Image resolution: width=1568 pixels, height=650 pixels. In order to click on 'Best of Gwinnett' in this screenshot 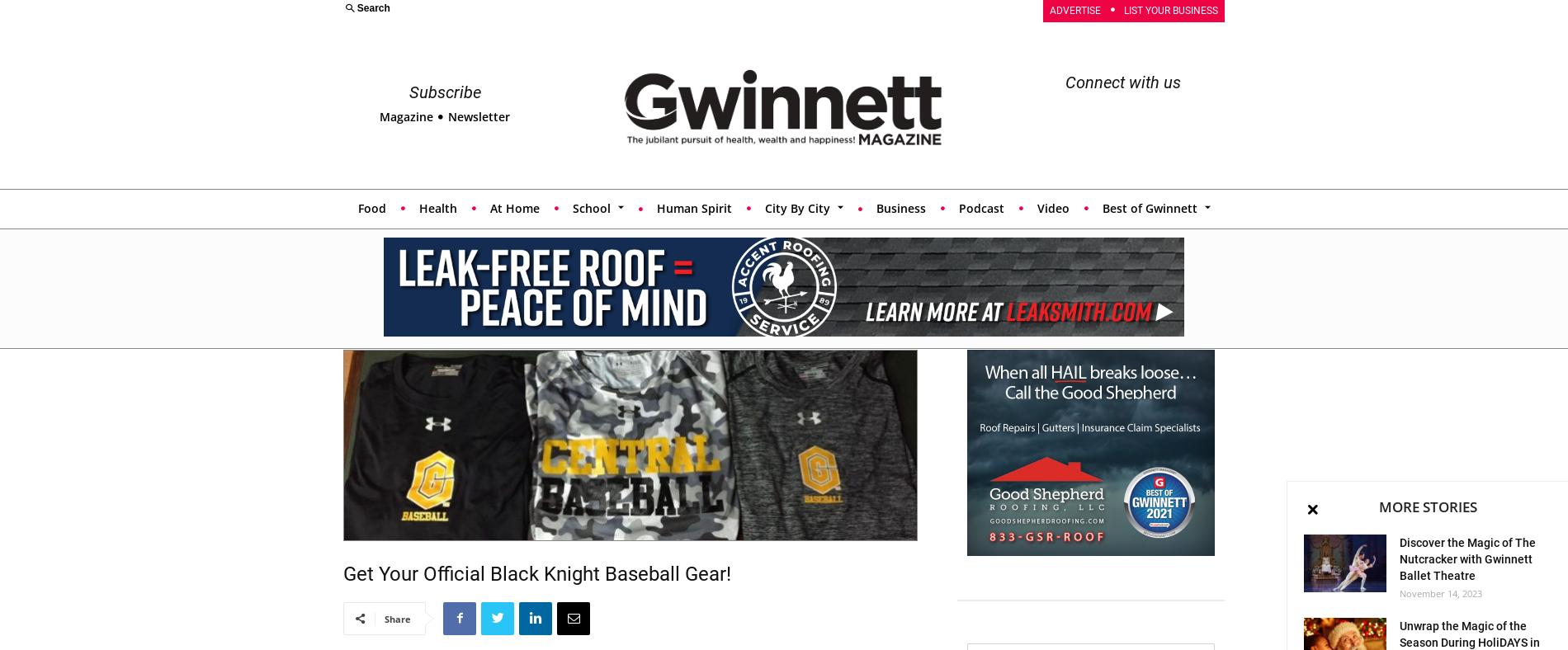, I will do `click(1100, 206)`.